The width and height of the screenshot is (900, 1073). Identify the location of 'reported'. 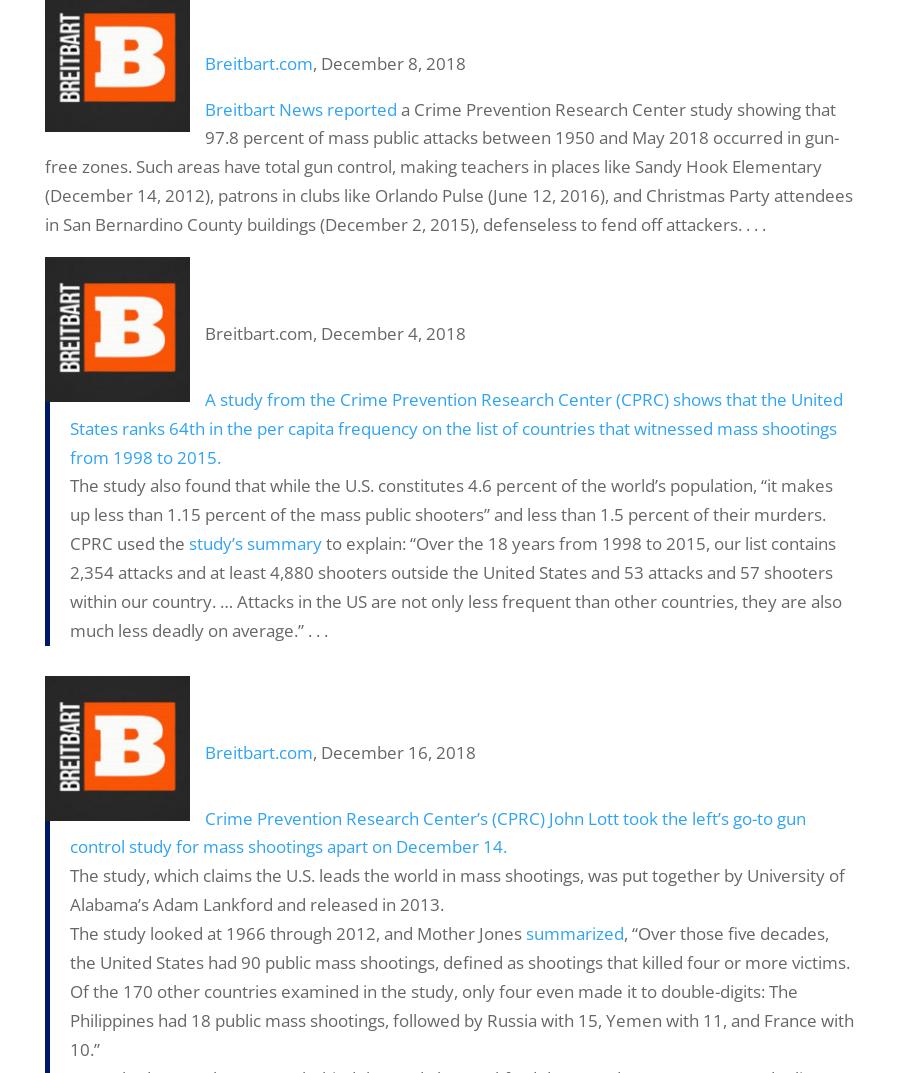
(361, 108).